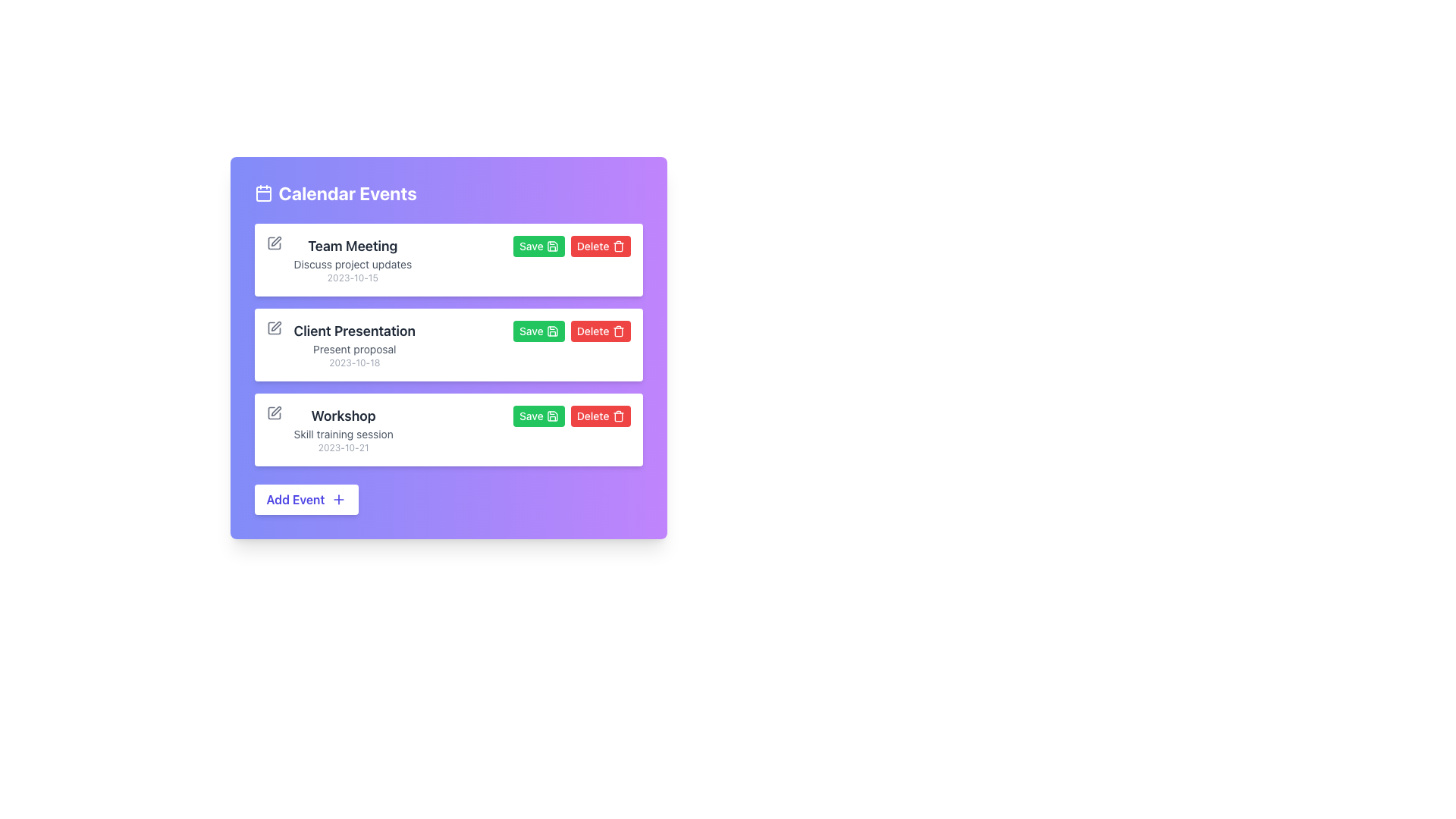  Describe the element at coordinates (551, 330) in the screenshot. I see `the save icon represented by a stylized outline of a floppy disk located inside the green 'Save' button in the second row of the event list` at that location.